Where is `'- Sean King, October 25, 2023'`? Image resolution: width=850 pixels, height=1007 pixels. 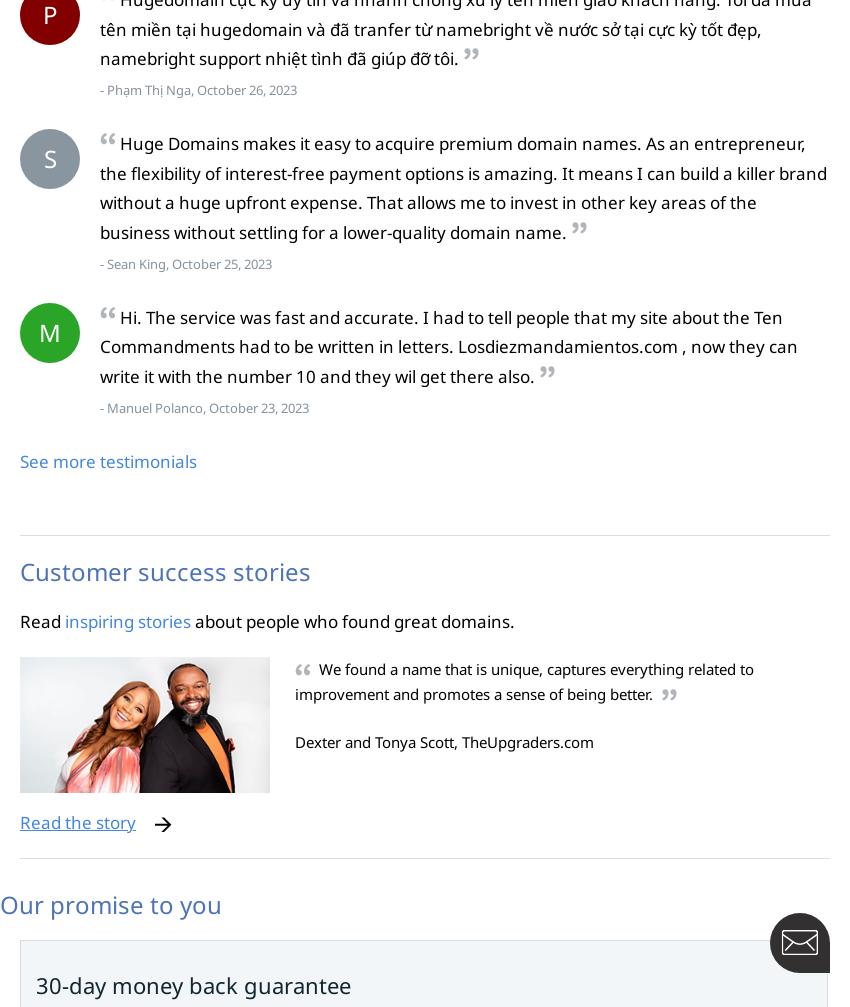 '- Sean King, October 25, 2023' is located at coordinates (184, 263).